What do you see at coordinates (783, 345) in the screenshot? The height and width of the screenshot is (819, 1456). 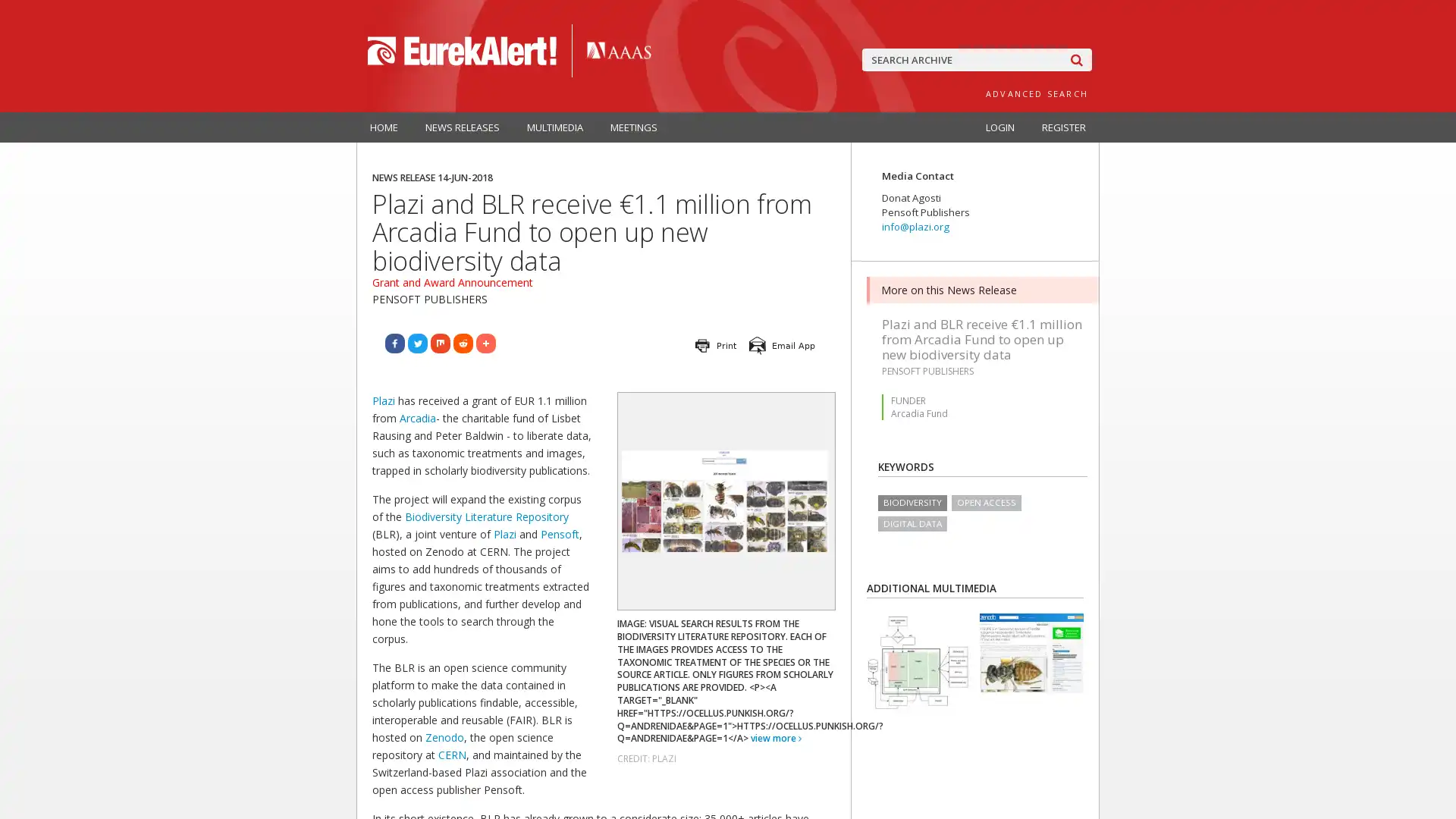 I see `Share to Email AppEmail App` at bounding box center [783, 345].